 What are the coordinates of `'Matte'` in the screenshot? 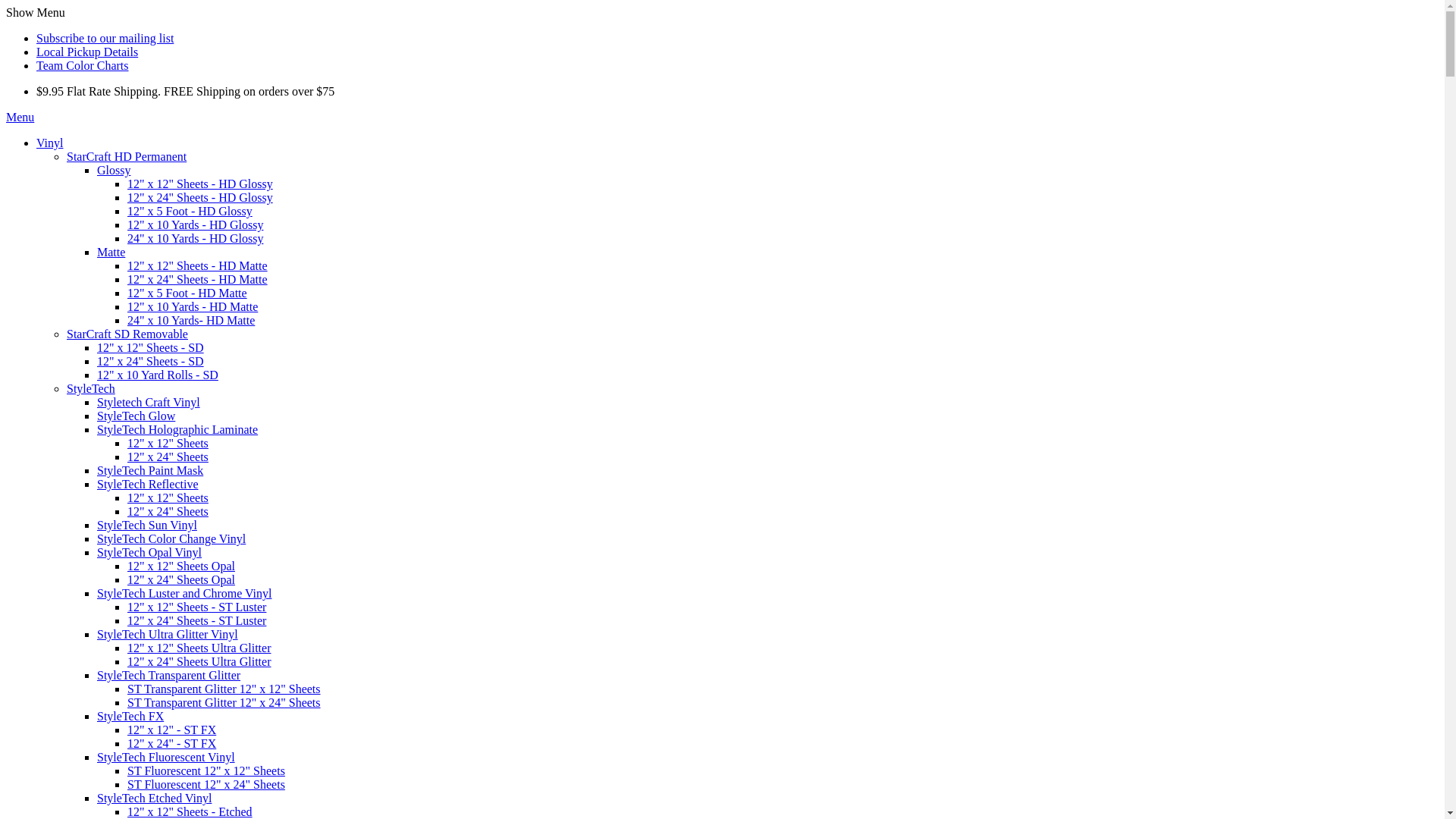 It's located at (110, 251).